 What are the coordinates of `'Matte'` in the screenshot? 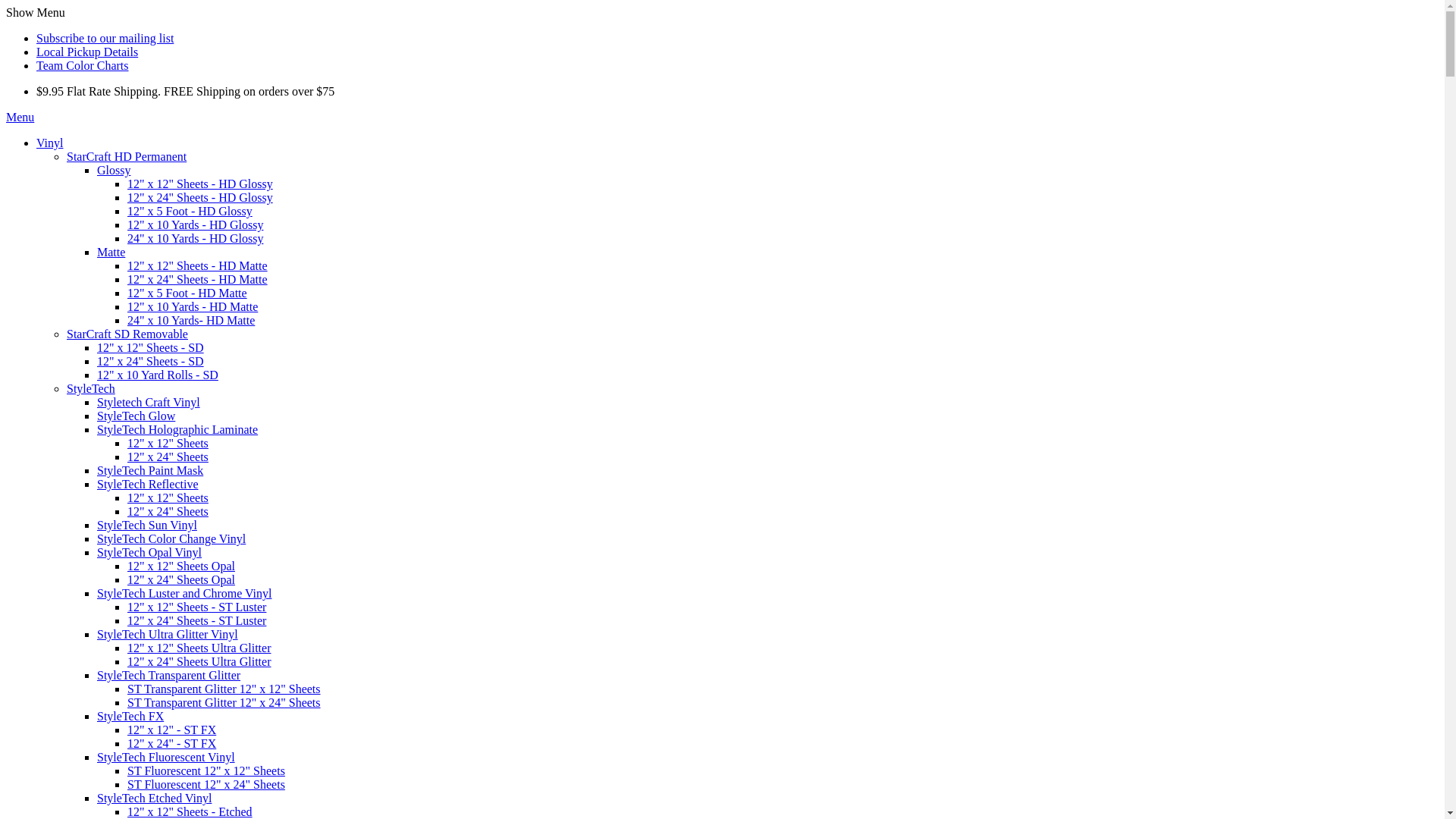 It's located at (110, 251).